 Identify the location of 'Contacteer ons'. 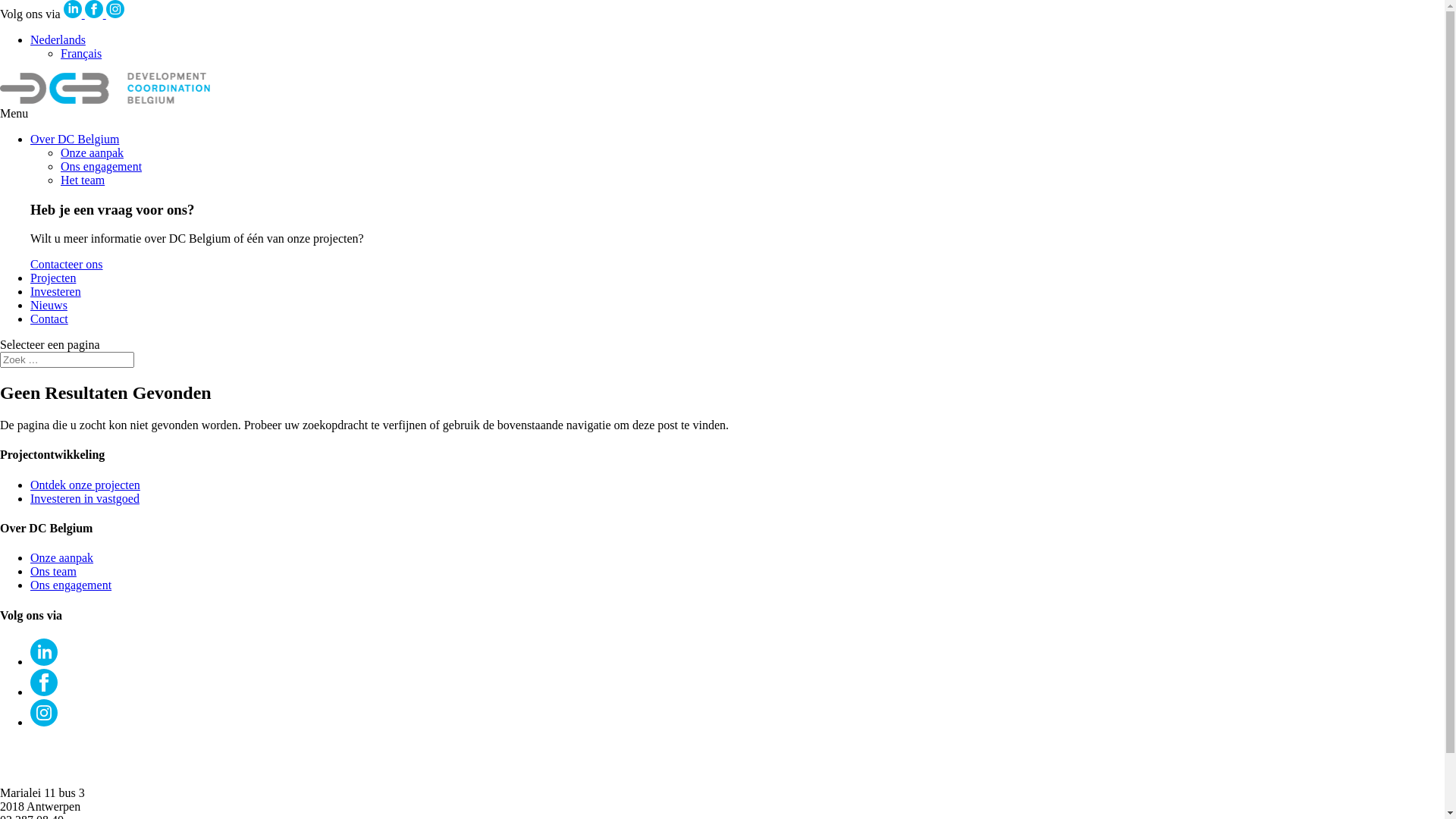
(65, 263).